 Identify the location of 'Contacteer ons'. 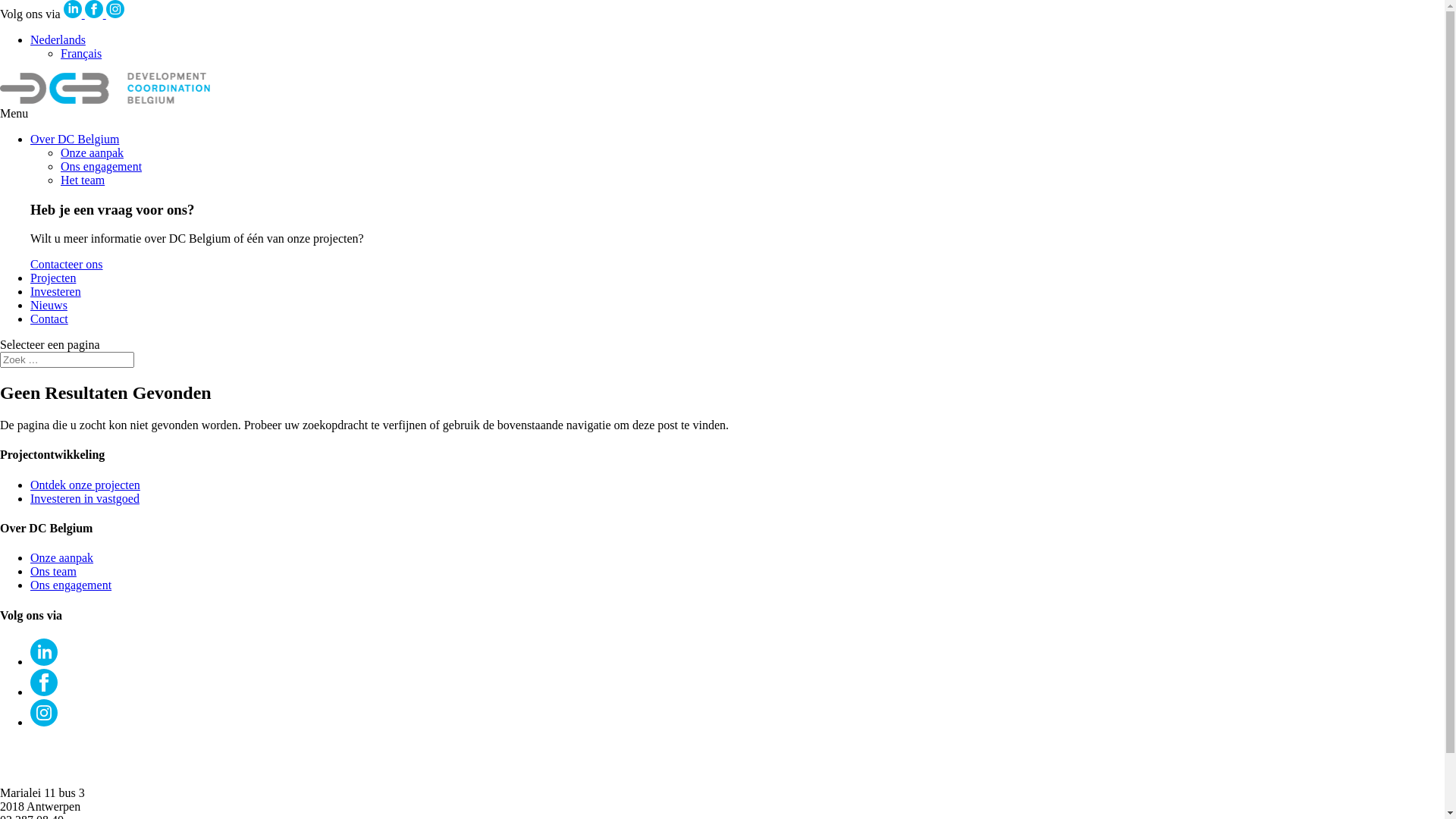
(65, 263).